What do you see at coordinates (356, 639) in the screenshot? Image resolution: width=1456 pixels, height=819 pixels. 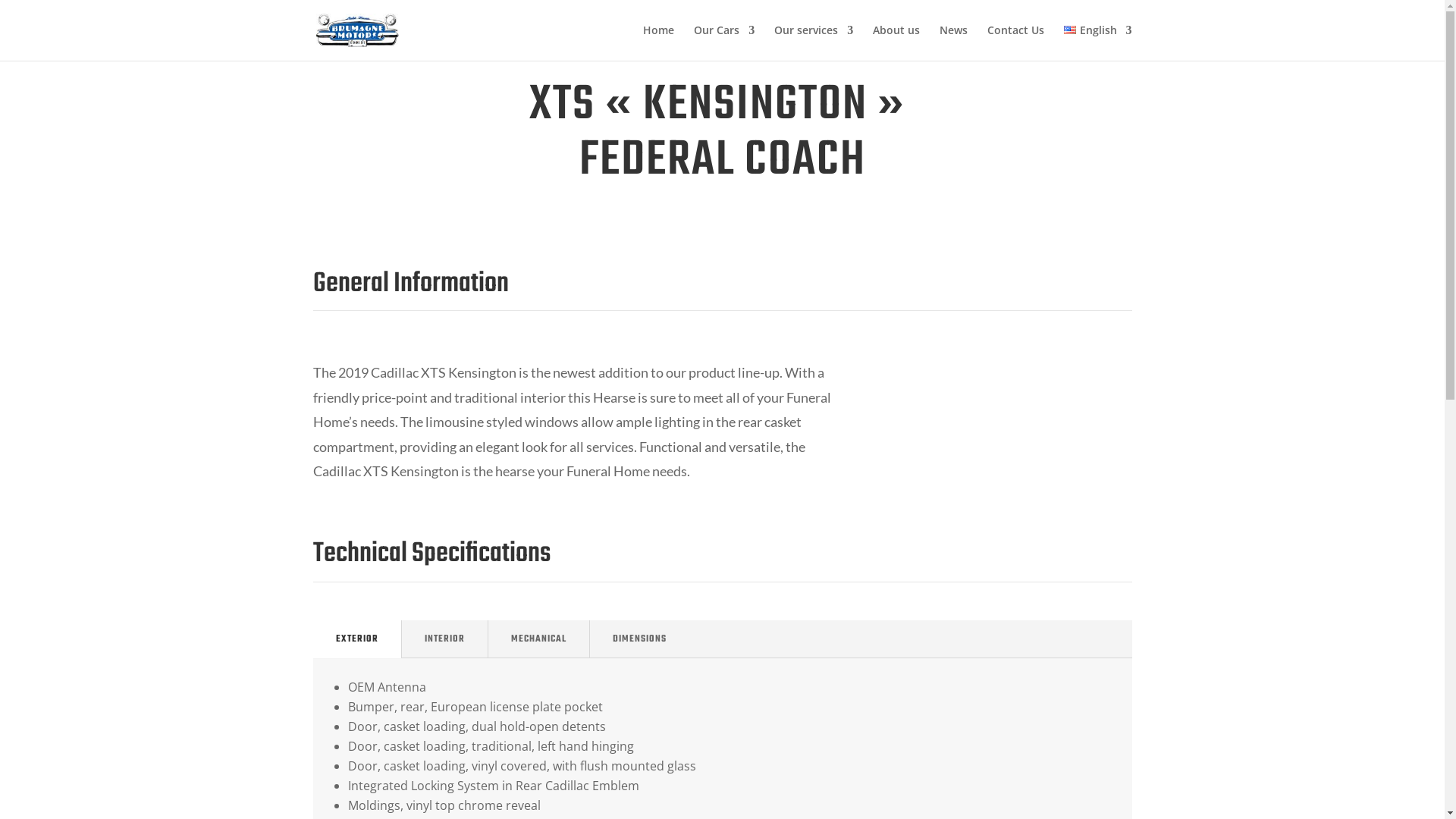 I see `'EXTERIOR'` at bounding box center [356, 639].